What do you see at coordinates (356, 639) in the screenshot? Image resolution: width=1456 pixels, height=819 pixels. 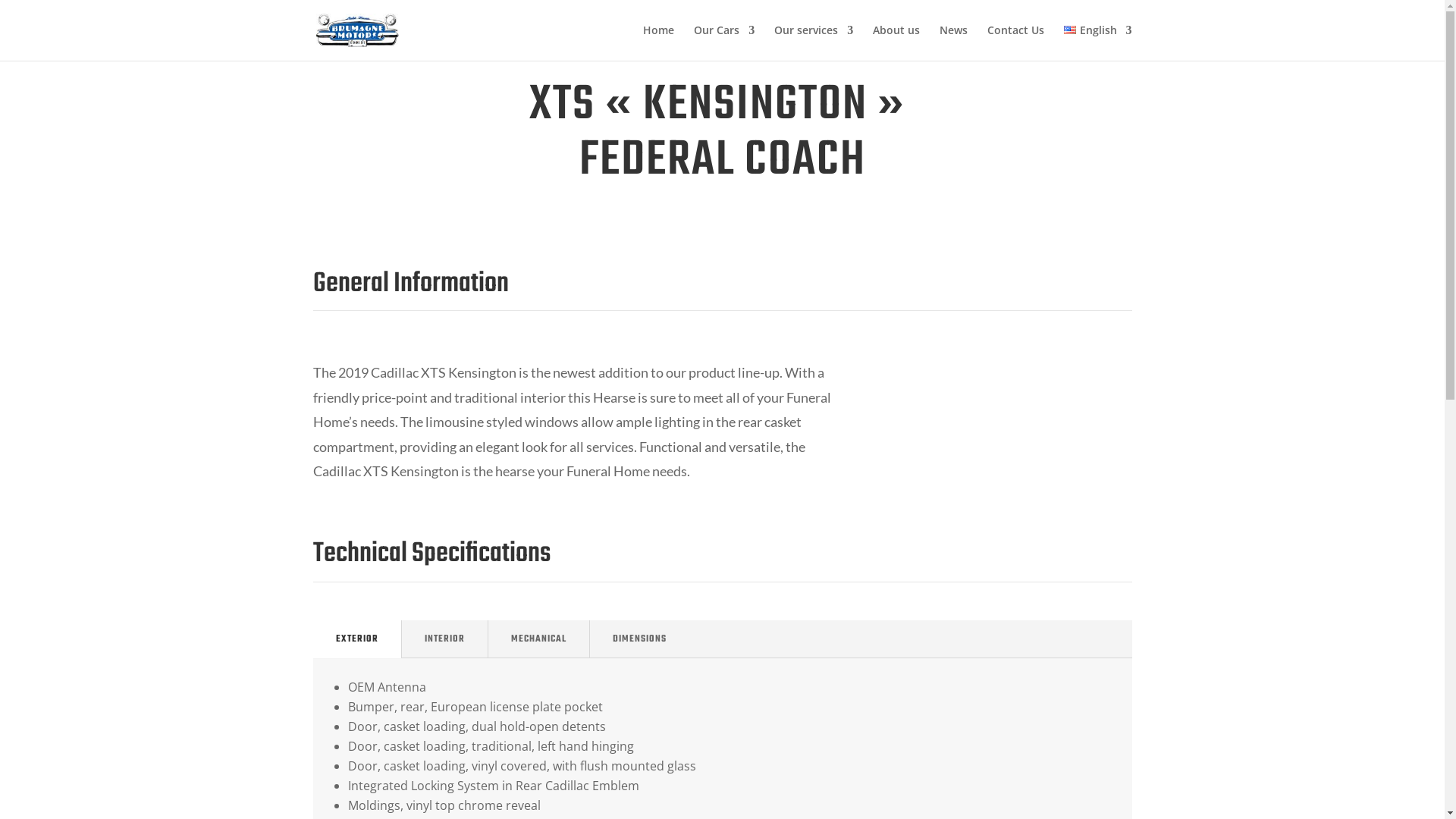 I see `'EXTERIOR'` at bounding box center [356, 639].